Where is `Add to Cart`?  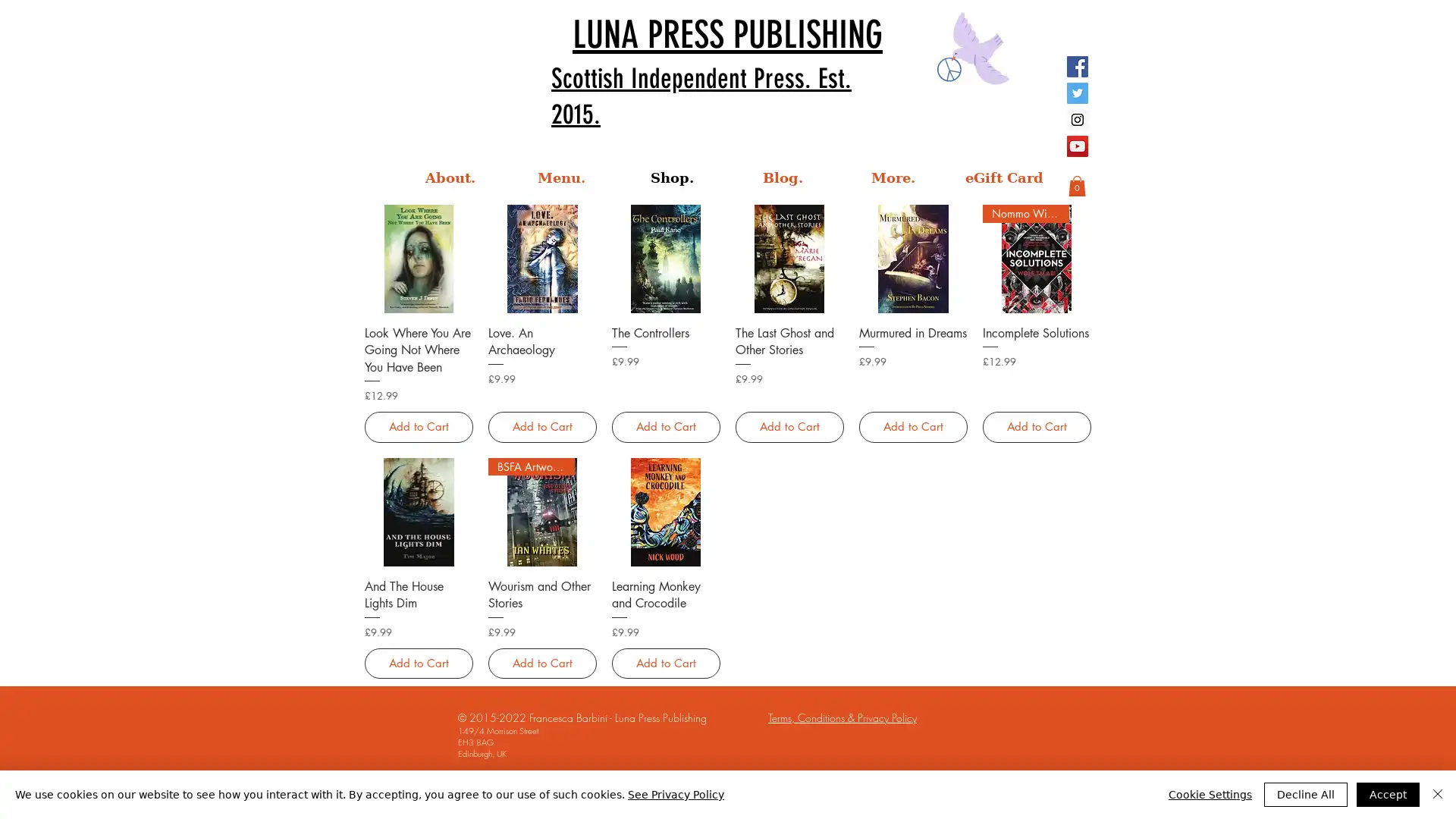 Add to Cart is located at coordinates (419, 662).